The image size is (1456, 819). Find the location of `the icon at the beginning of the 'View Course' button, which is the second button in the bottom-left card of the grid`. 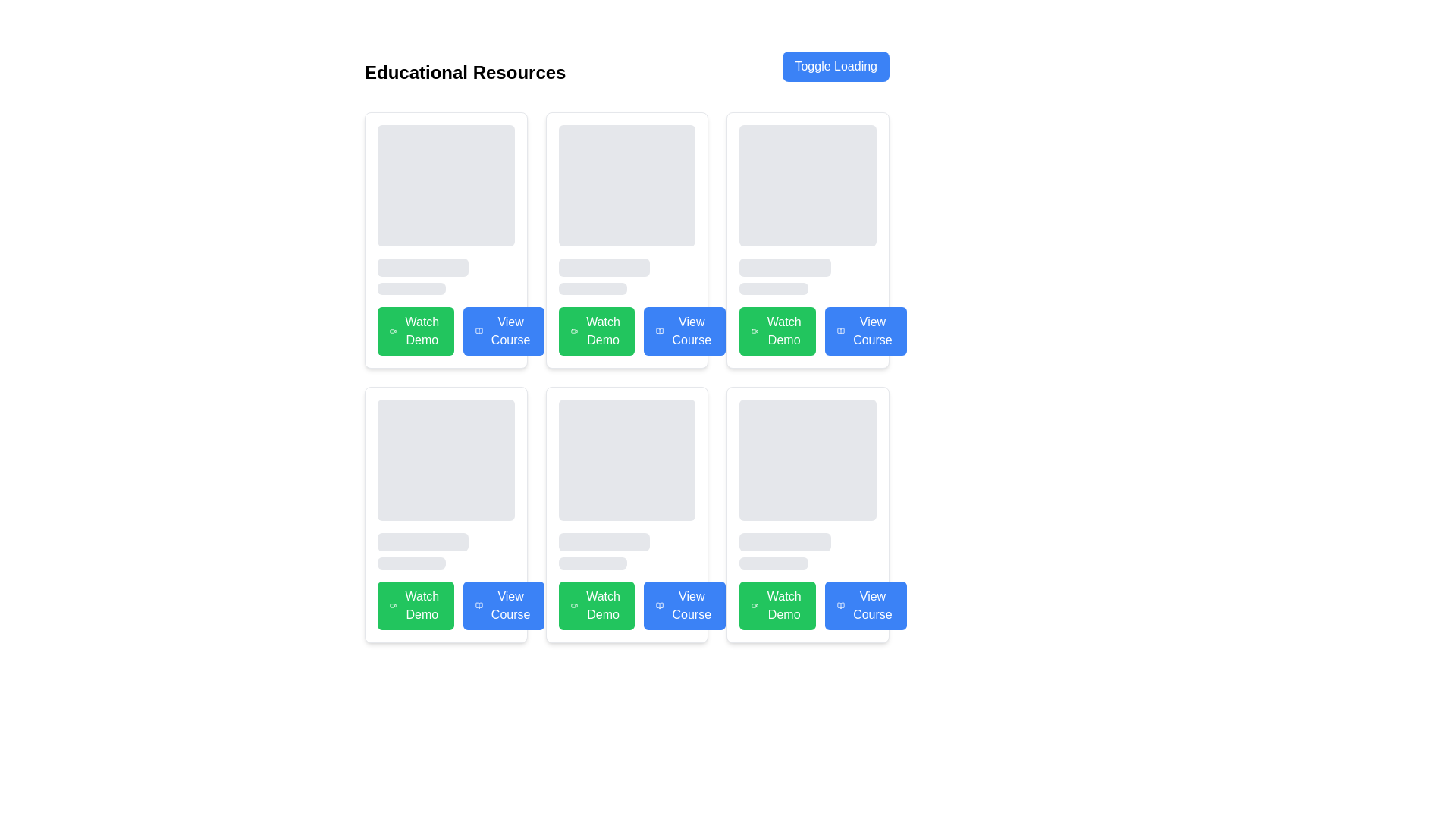

the icon at the beginning of the 'View Course' button, which is the second button in the bottom-left card of the grid is located at coordinates (478, 604).